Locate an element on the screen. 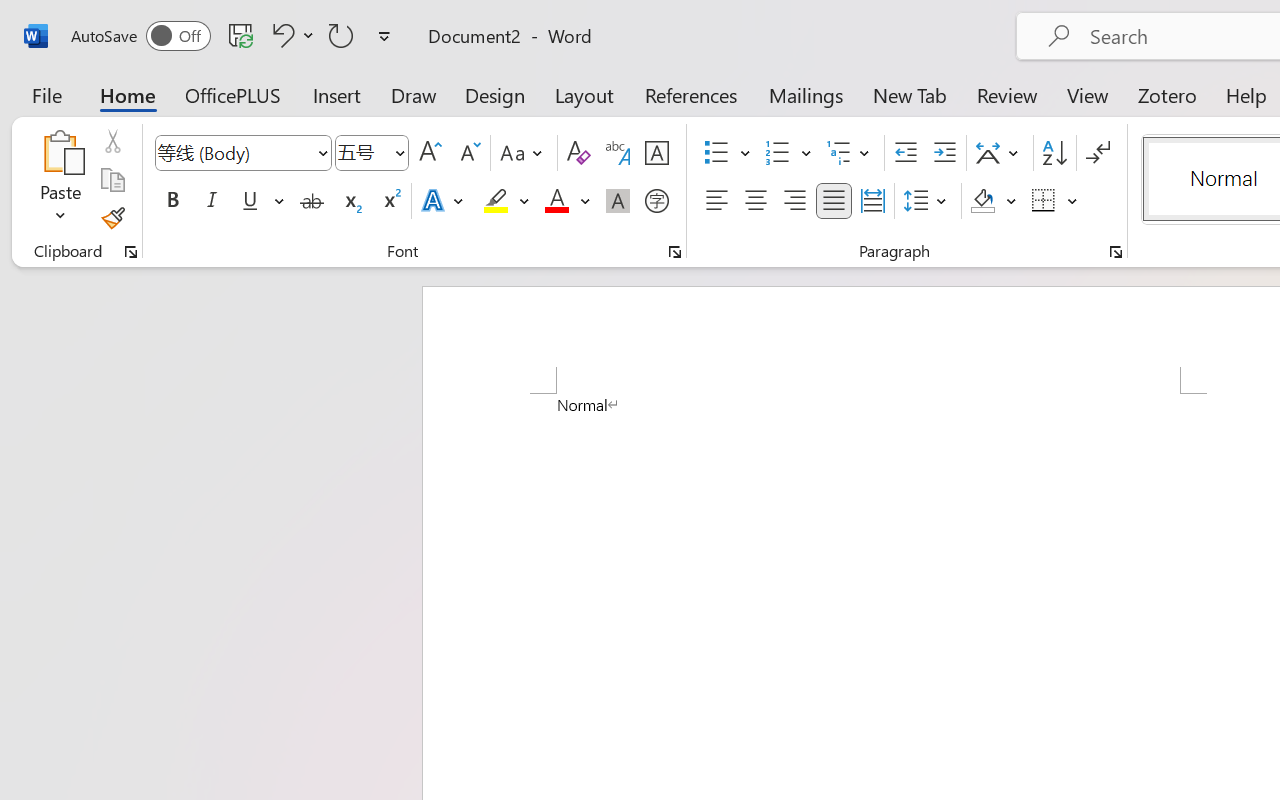 The width and height of the screenshot is (1280, 800). 'Borders' is located at coordinates (1043, 201).